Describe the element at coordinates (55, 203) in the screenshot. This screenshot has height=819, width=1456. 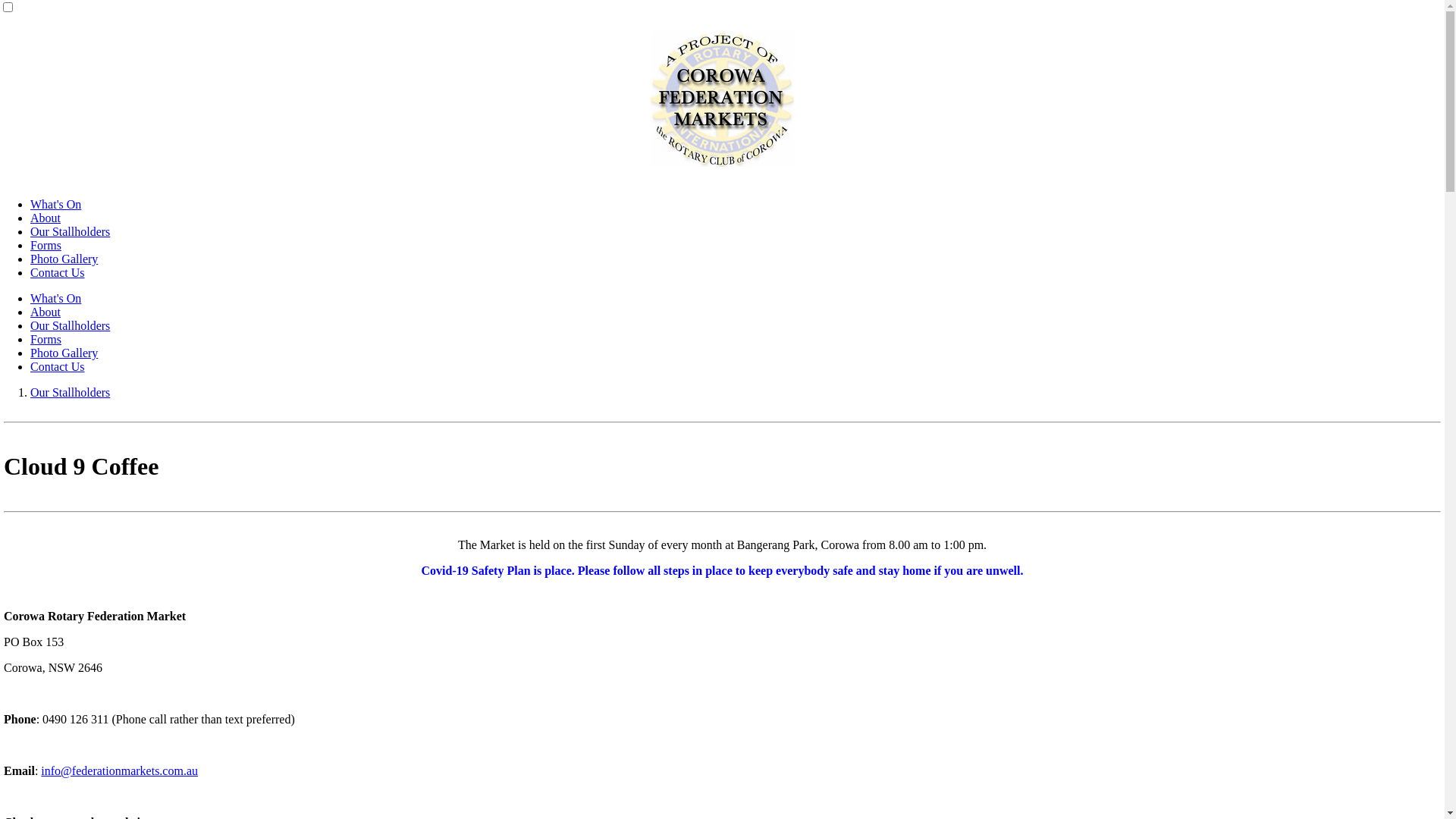
I see `'What's On'` at that location.